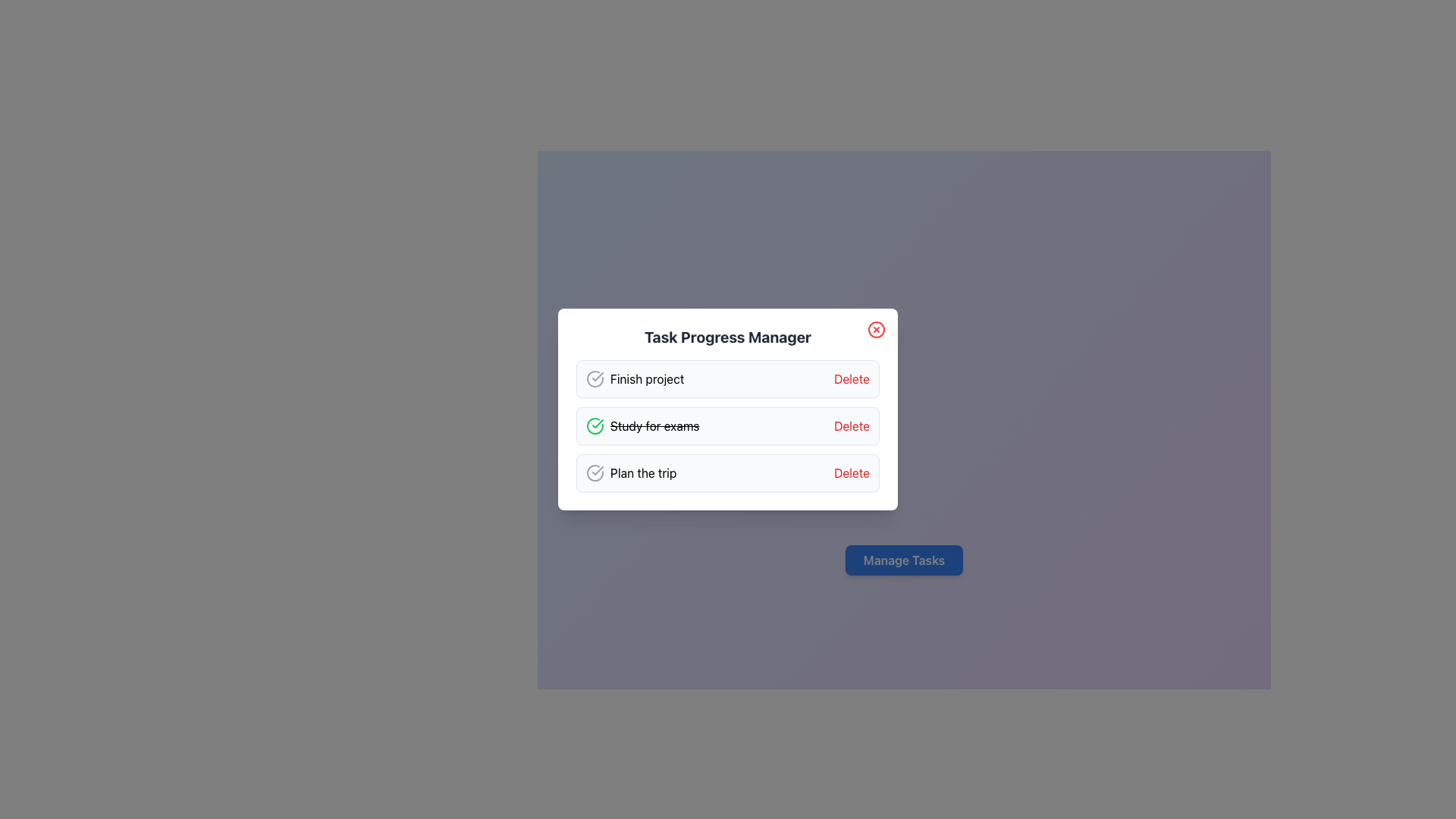  What do you see at coordinates (877, 329) in the screenshot?
I see `the circular red icon with a white background and a red 'X' symbol in the top-right corner of the 'Task Progress Manager' dialog box` at bounding box center [877, 329].